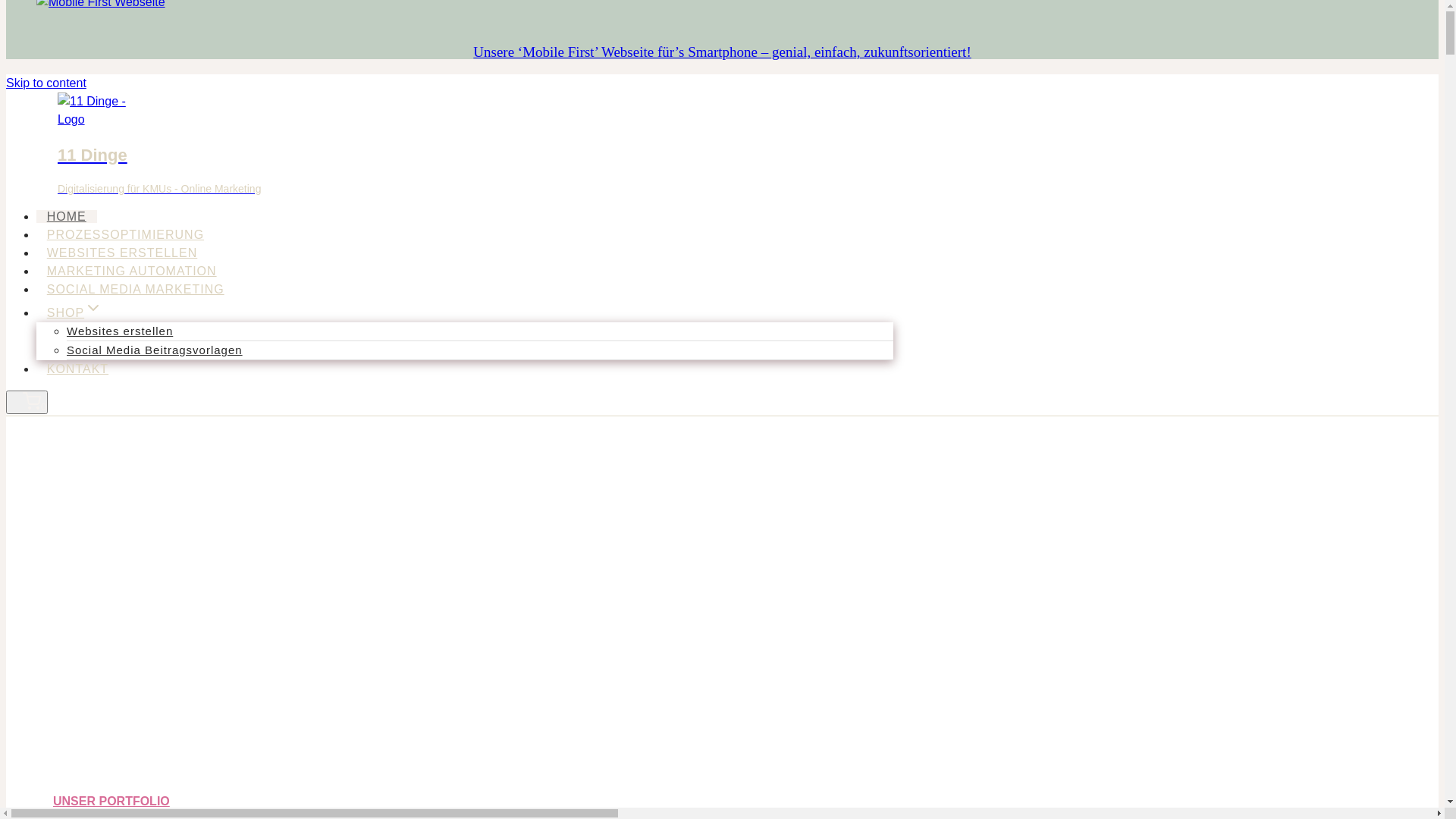 The image size is (1456, 819). I want to click on 'MARKETING AUTOMATION', so click(131, 270).